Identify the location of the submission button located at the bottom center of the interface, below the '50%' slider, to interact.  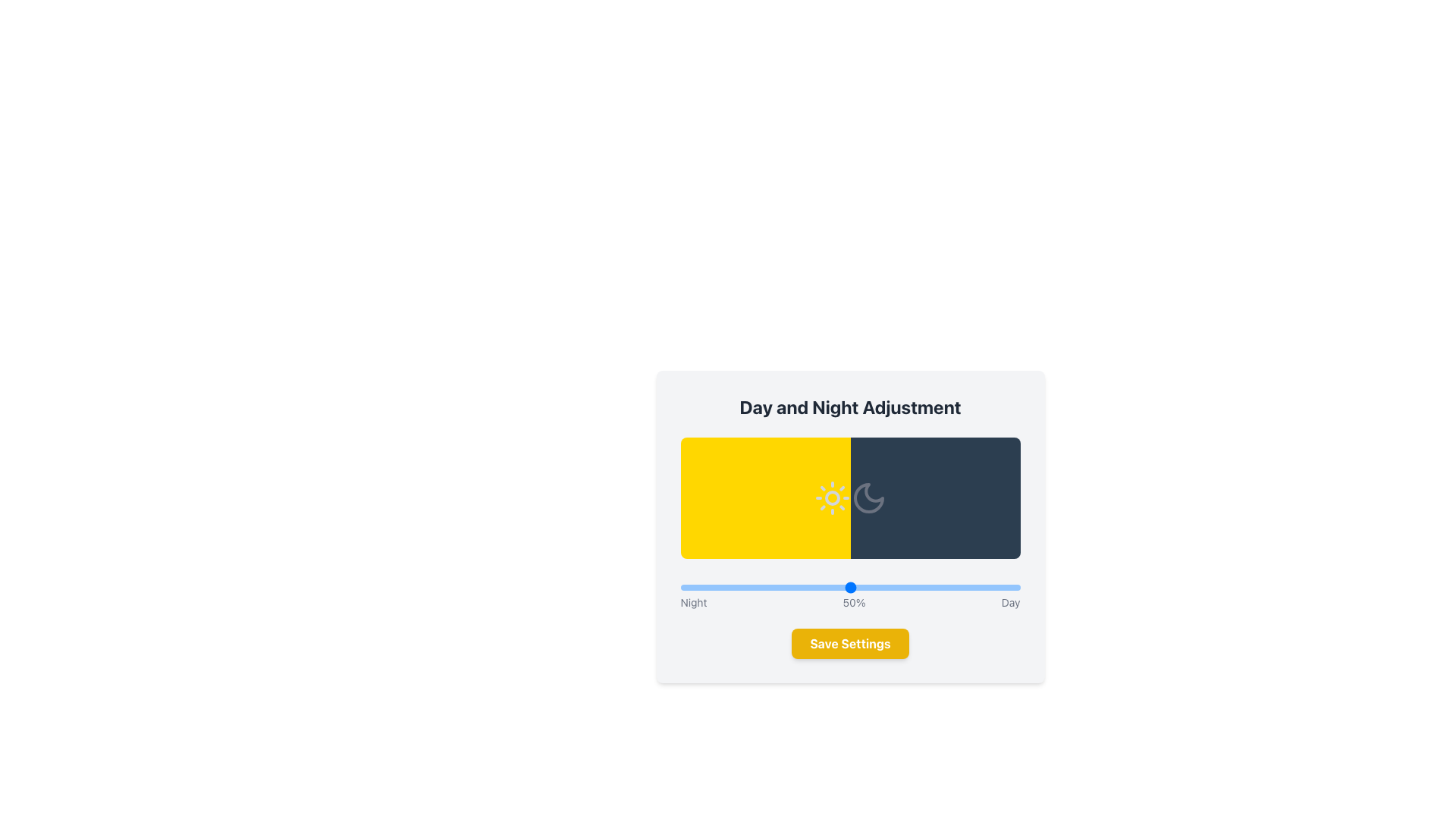
(850, 643).